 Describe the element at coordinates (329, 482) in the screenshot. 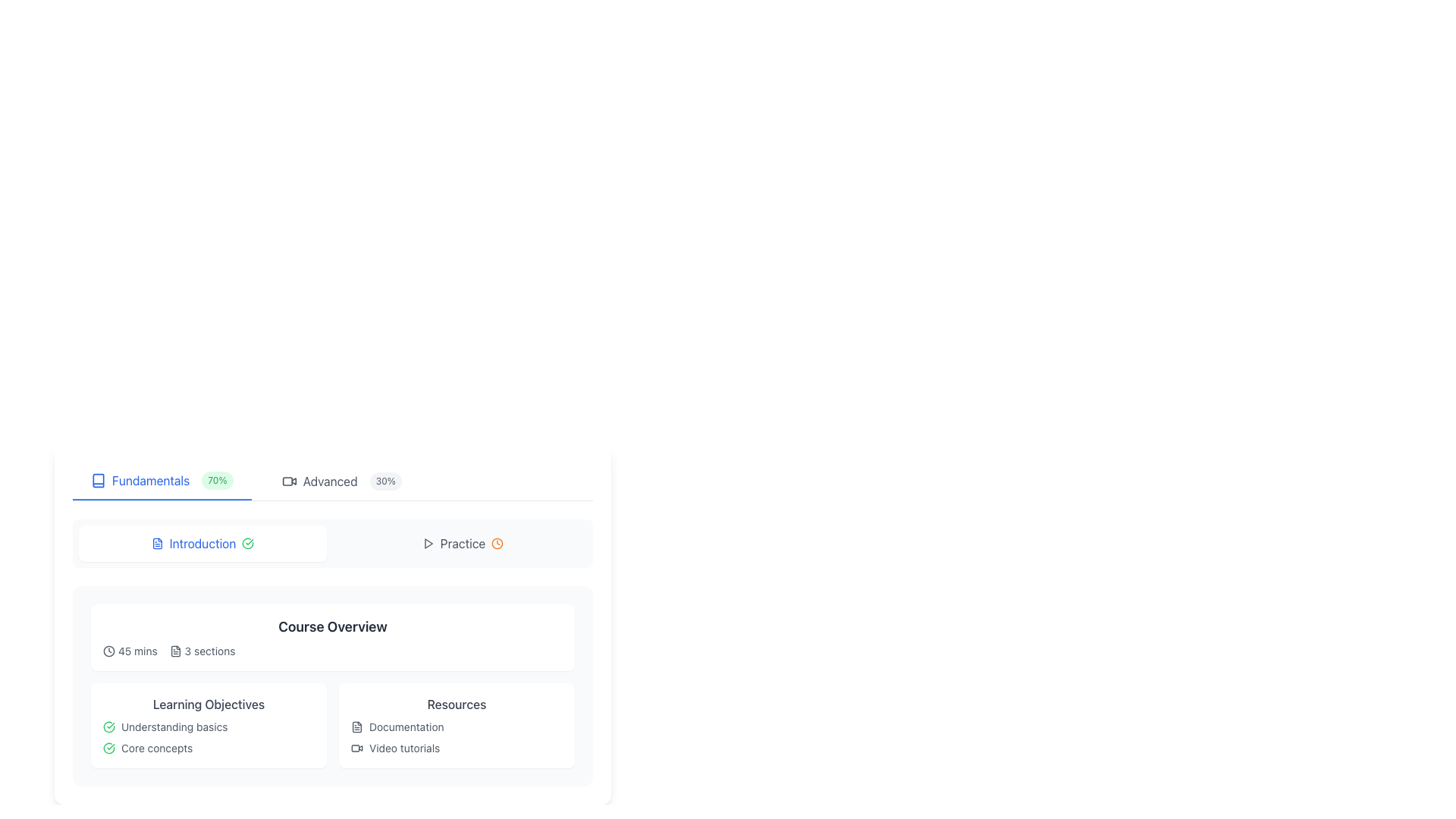

I see `text label indicating the 'Advanced' category, which is positioned between an icon and a '30%' label in the horizontal navigation row` at that location.